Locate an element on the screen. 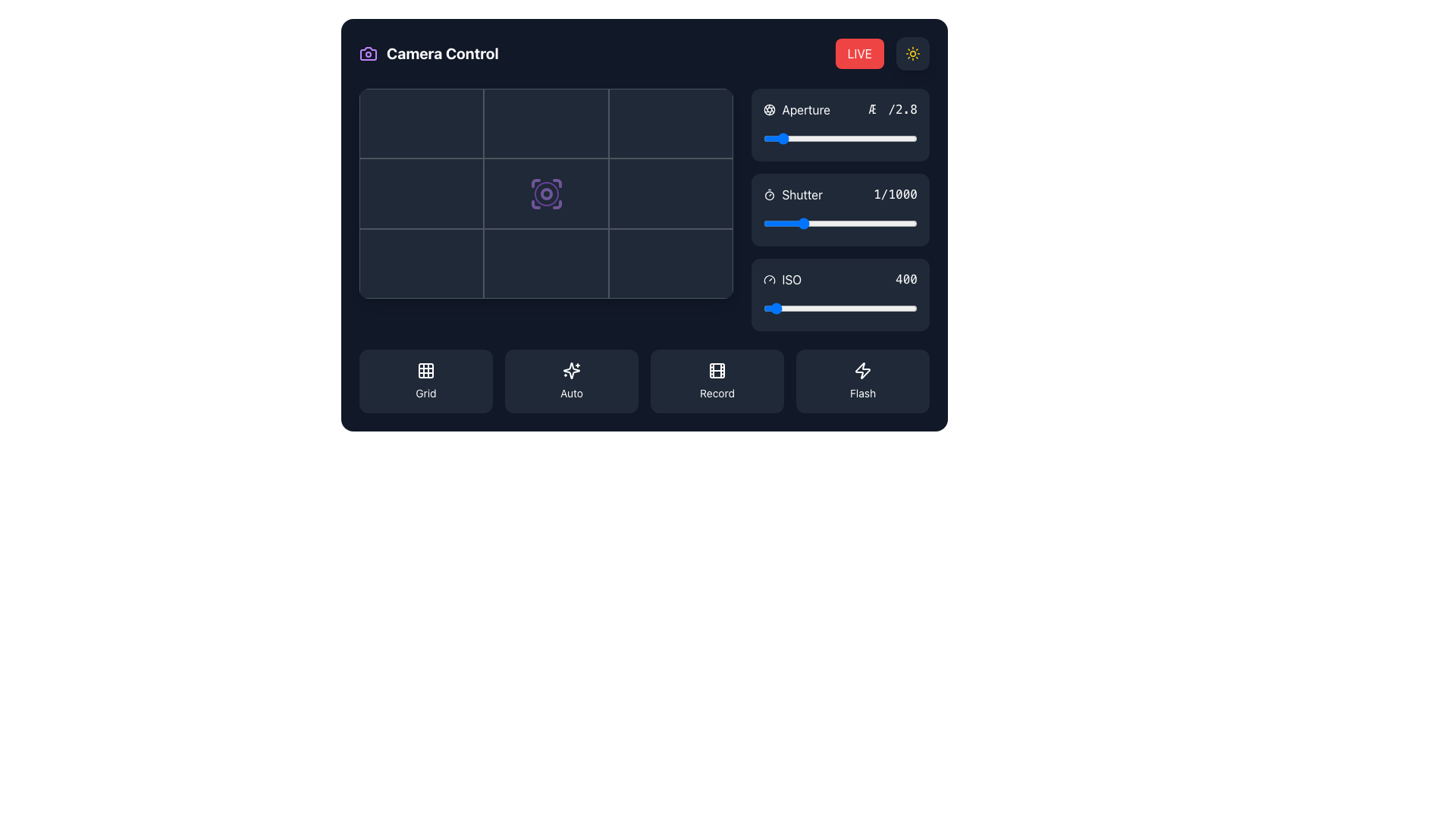 The image size is (1456, 819). the 'ISO' label with gauge icon located on the right side of the control panel, which is positioned before the numeric value '400' is located at coordinates (783, 280).